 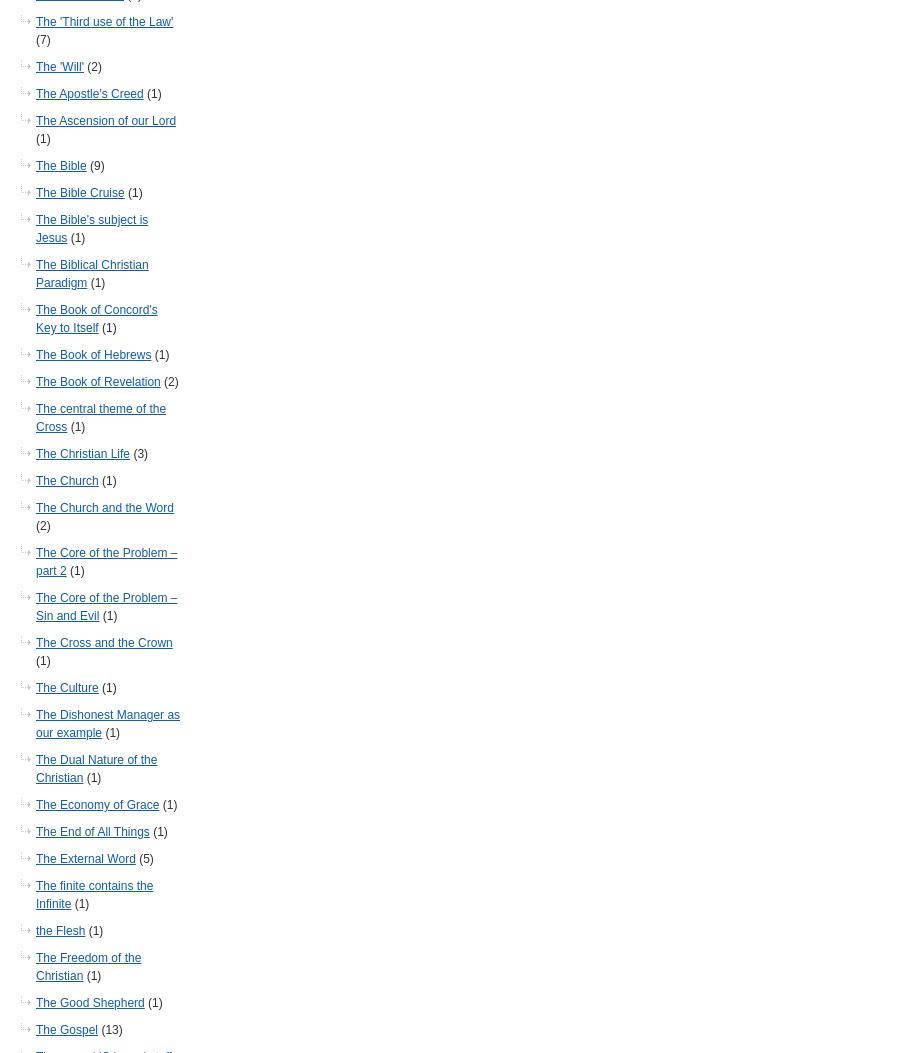 I want to click on 'the Flesh', so click(x=34, y=929).